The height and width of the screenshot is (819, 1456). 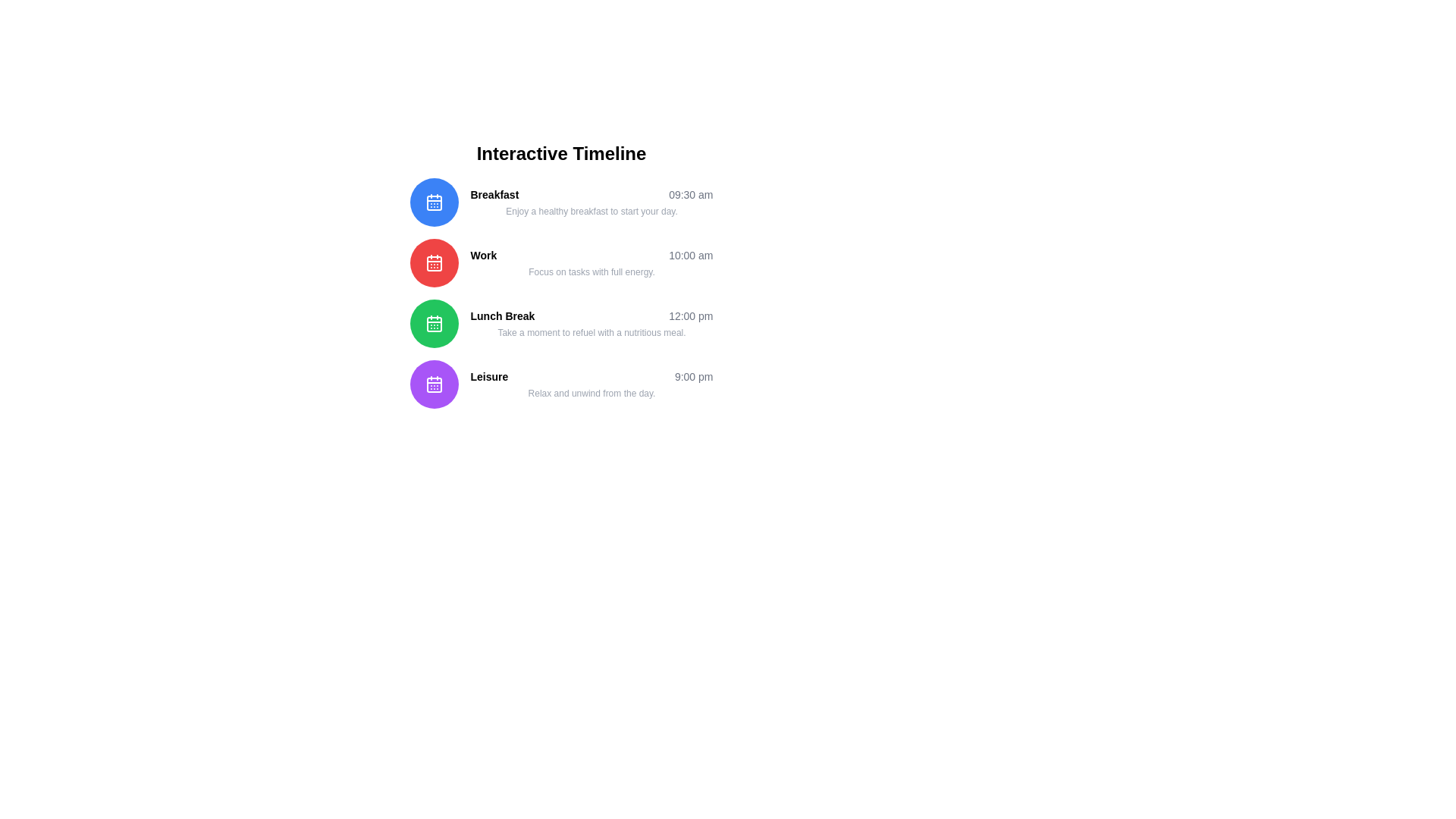 I want to click on time displayed in the small, left-aligned text label showing '9:00 pm' in gray font within the timeline interface under the 'Leisure' entry, so click(x=693, y=376).